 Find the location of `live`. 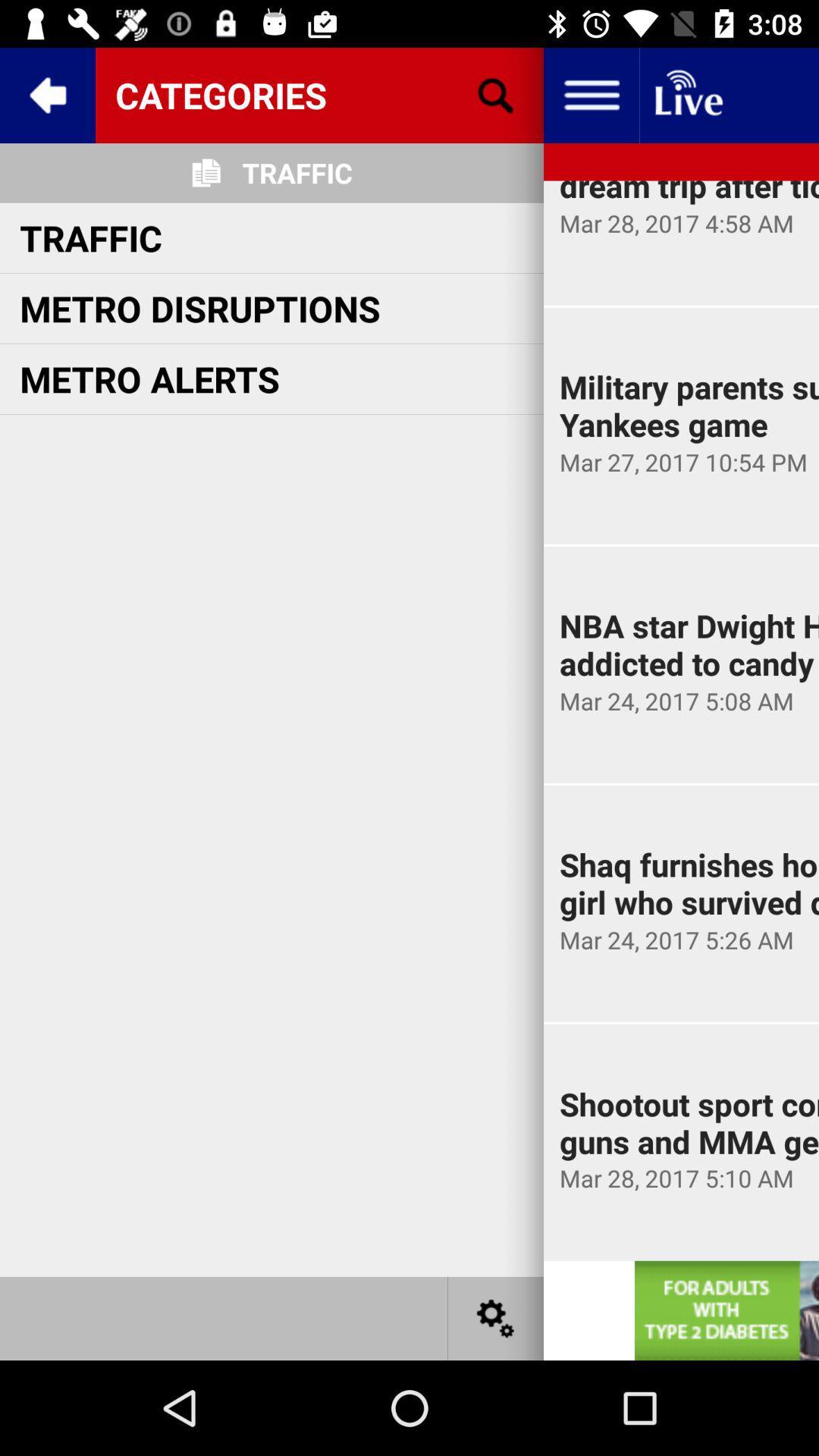

live is located at coordinates (687, 94).